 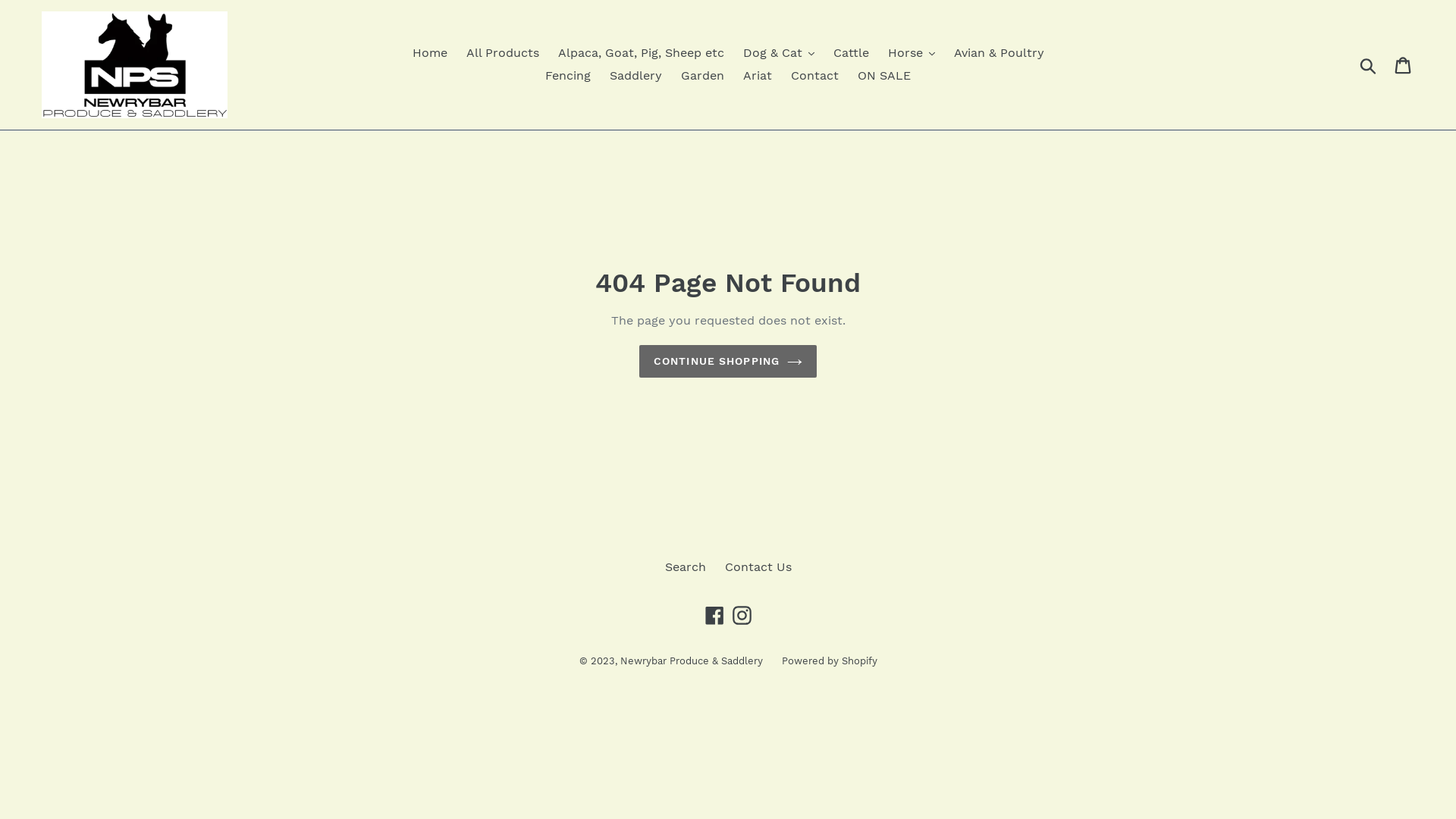 What do you see at coordinates (713, 614) in the screenshot?
I see `'Facebook'` at bounding box center [713, 614].